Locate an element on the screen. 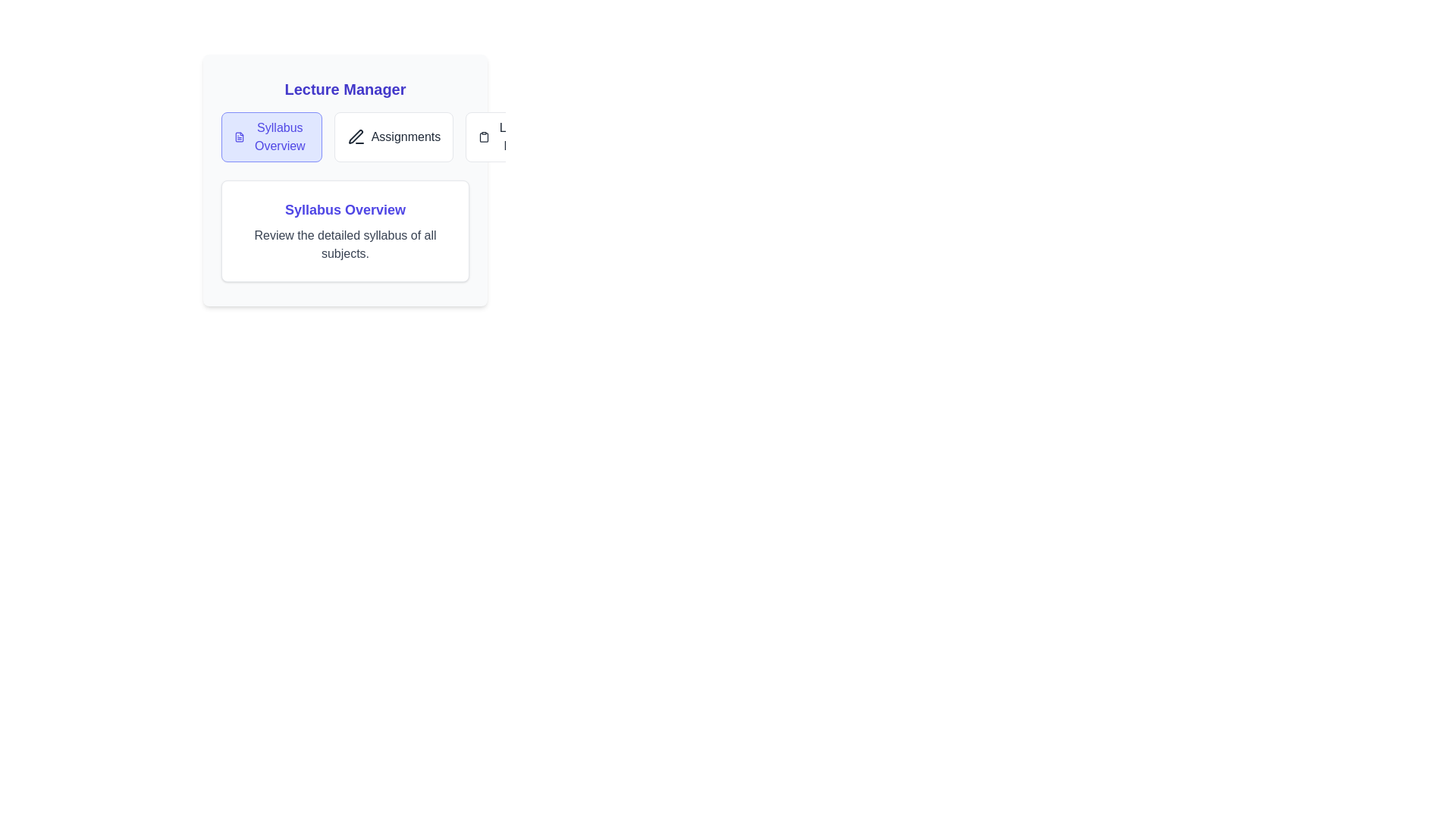 The image size is (1456, 819). the clipboard icon located on the right-hand side of the box containing 'Syllabus Overview' and 'Assignments' is located at coordinates (483, 137).